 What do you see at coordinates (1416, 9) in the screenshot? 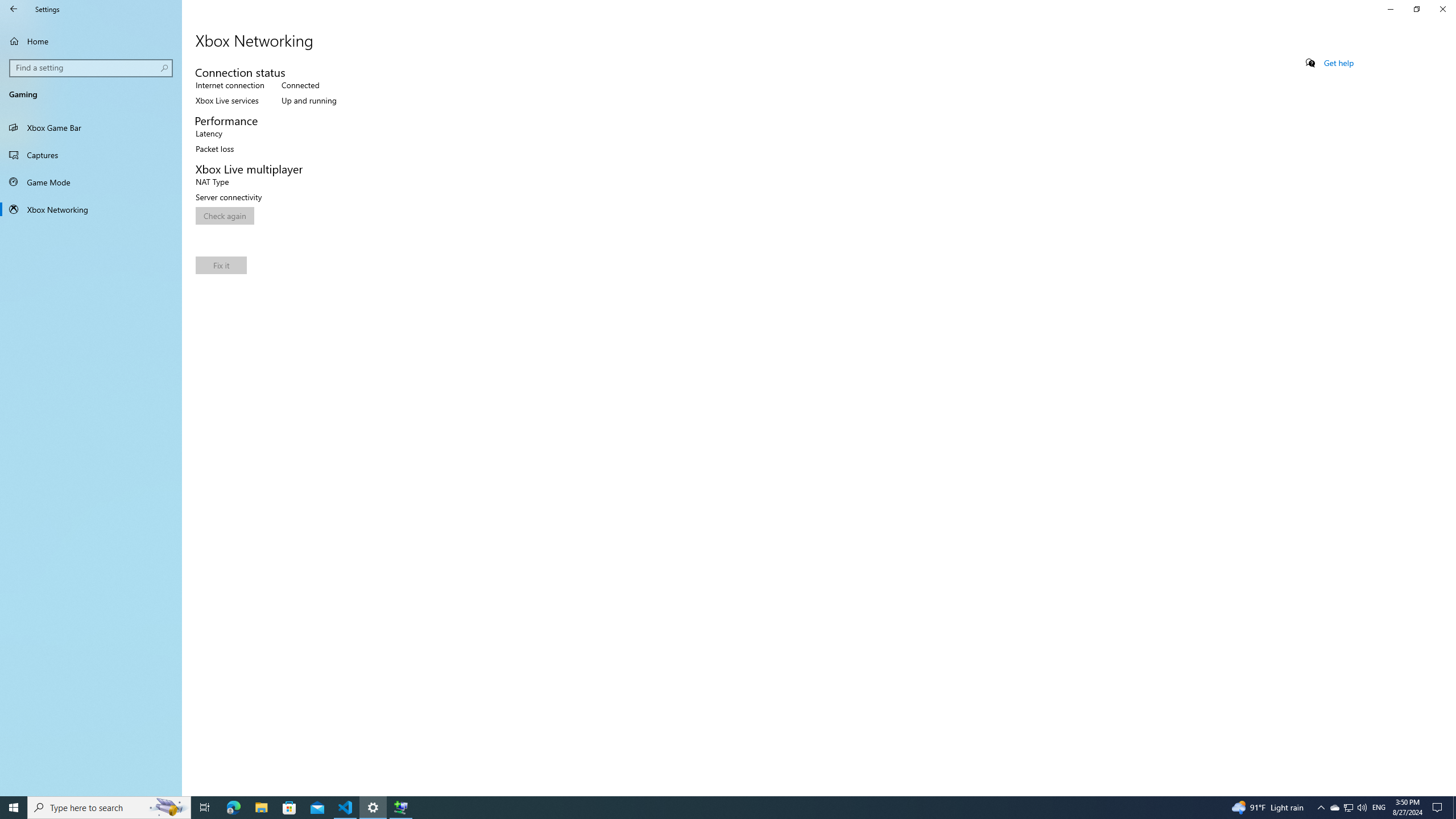
I see `'Restore Settings'` at bounding box center [1416, 9].